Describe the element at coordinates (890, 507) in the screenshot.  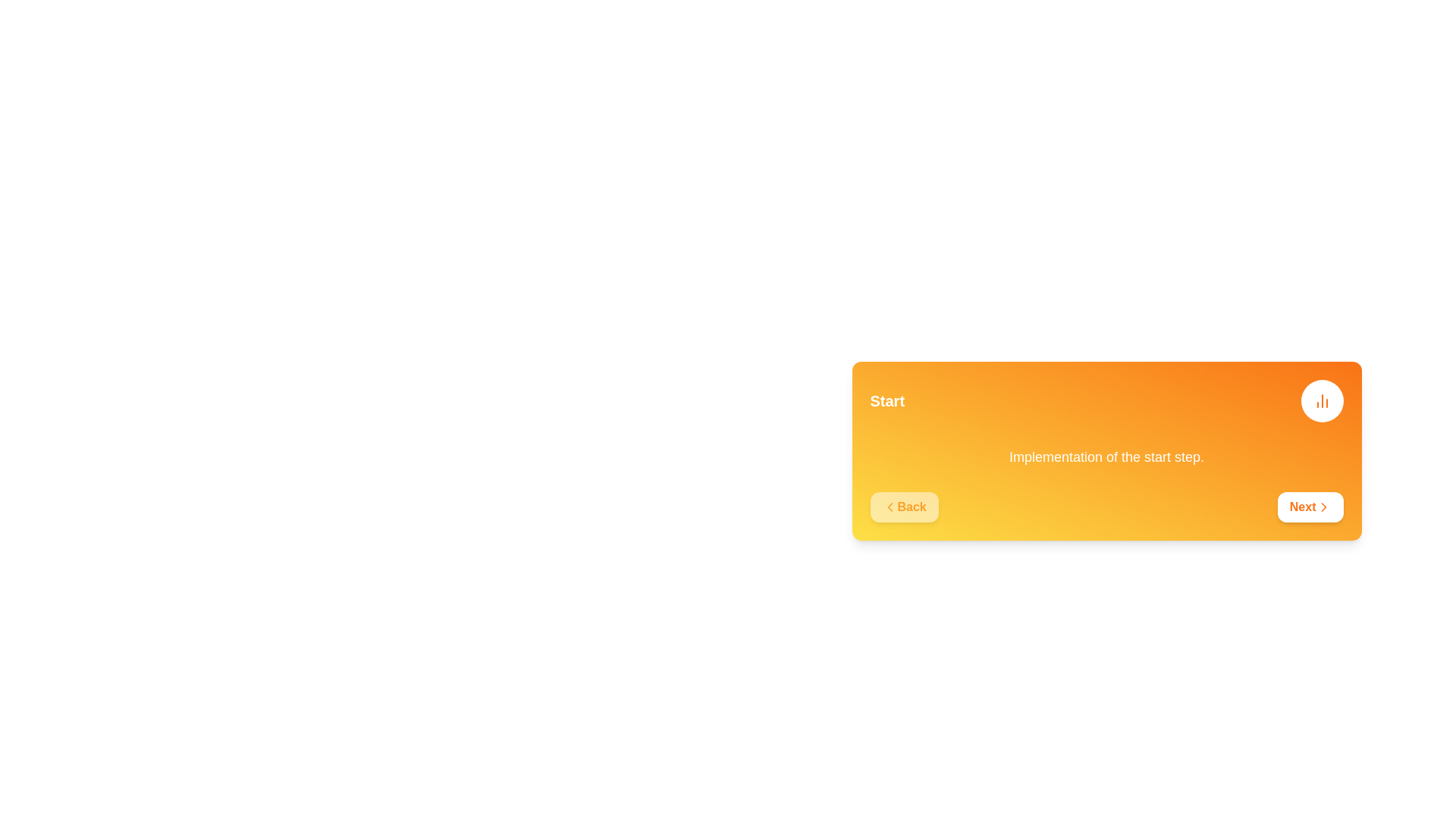
I see `the leftward chevron icon within the 'Back' button` at that location.